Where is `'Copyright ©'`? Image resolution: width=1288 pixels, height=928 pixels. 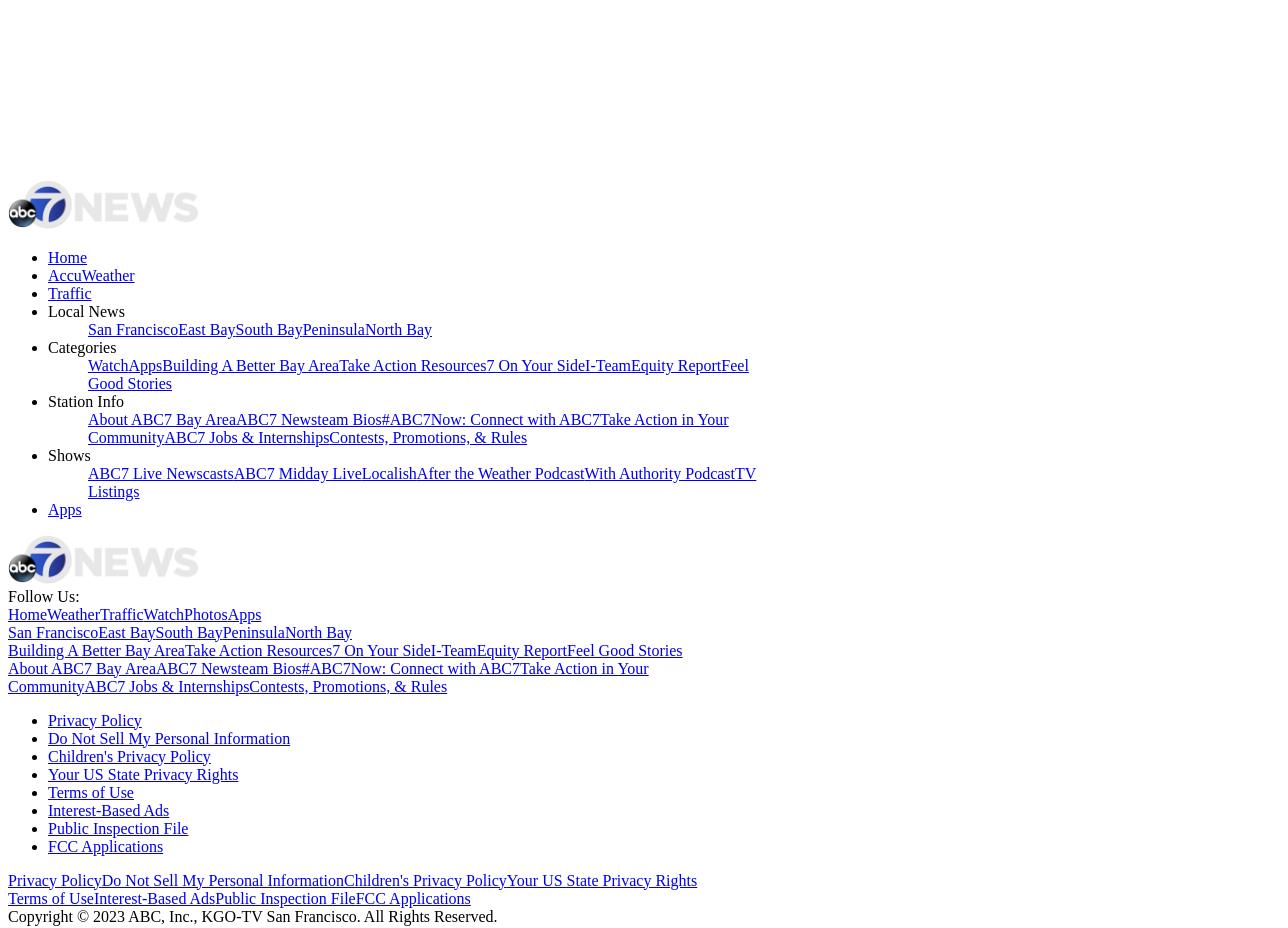 'Copyright ©' is located at coordinates (49, 915).